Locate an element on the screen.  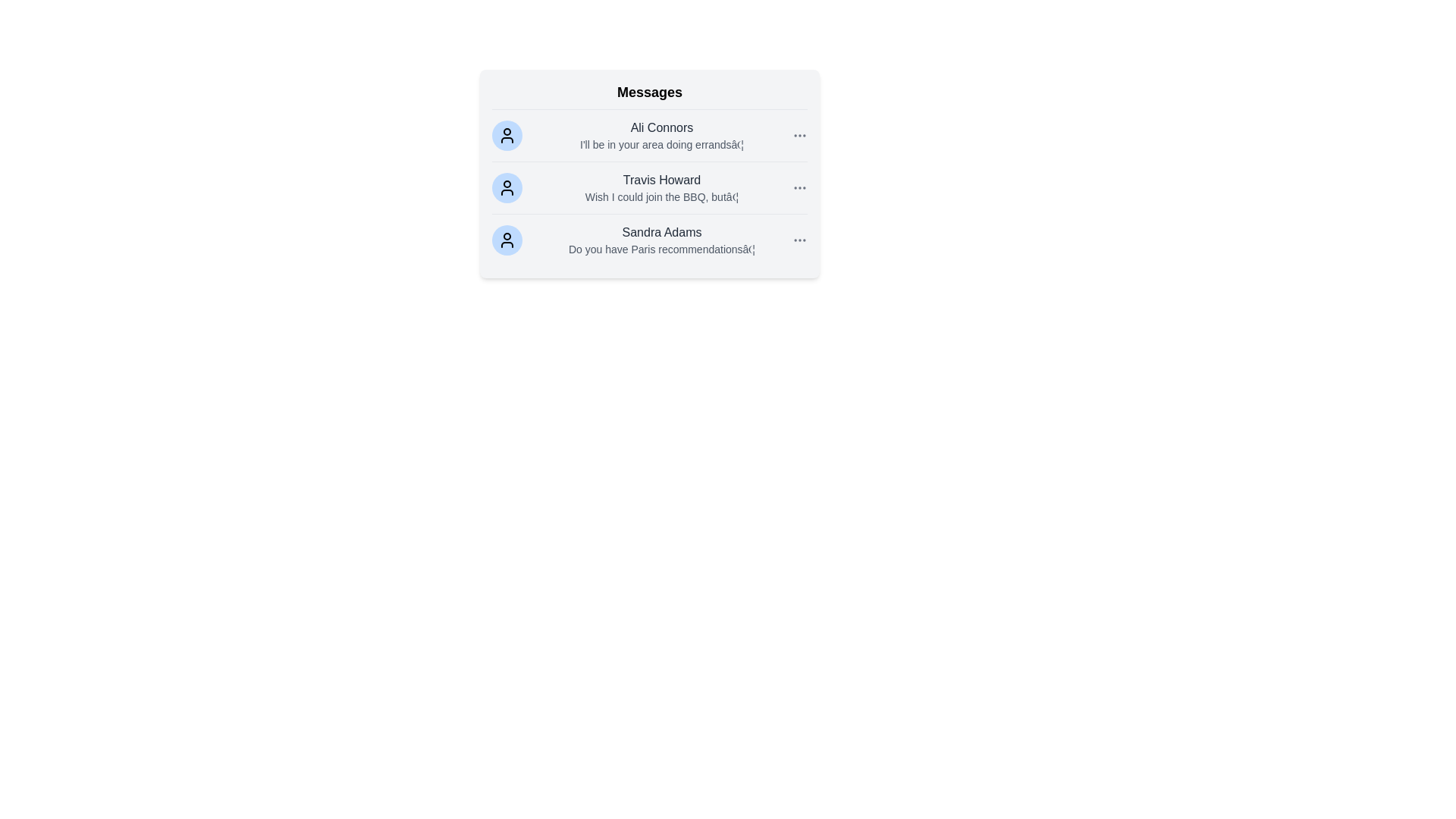
text content of the user name label located in the first user message card of the 'Messages' list, which is directly above the message preview text is located at coordinates (662, 127).